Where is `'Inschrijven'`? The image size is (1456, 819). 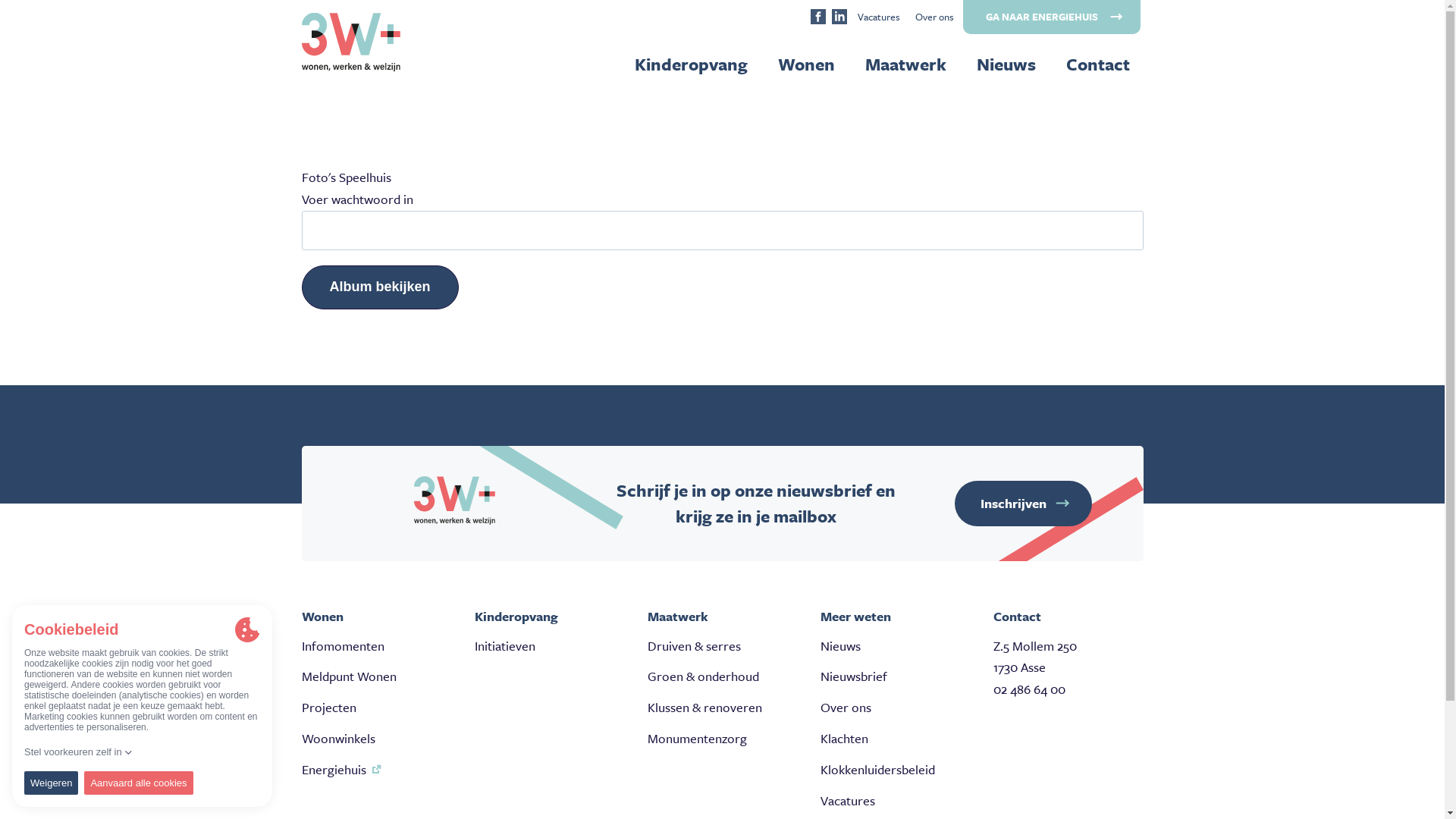
'Inschrijven' is located at coordinates (1023, 504).